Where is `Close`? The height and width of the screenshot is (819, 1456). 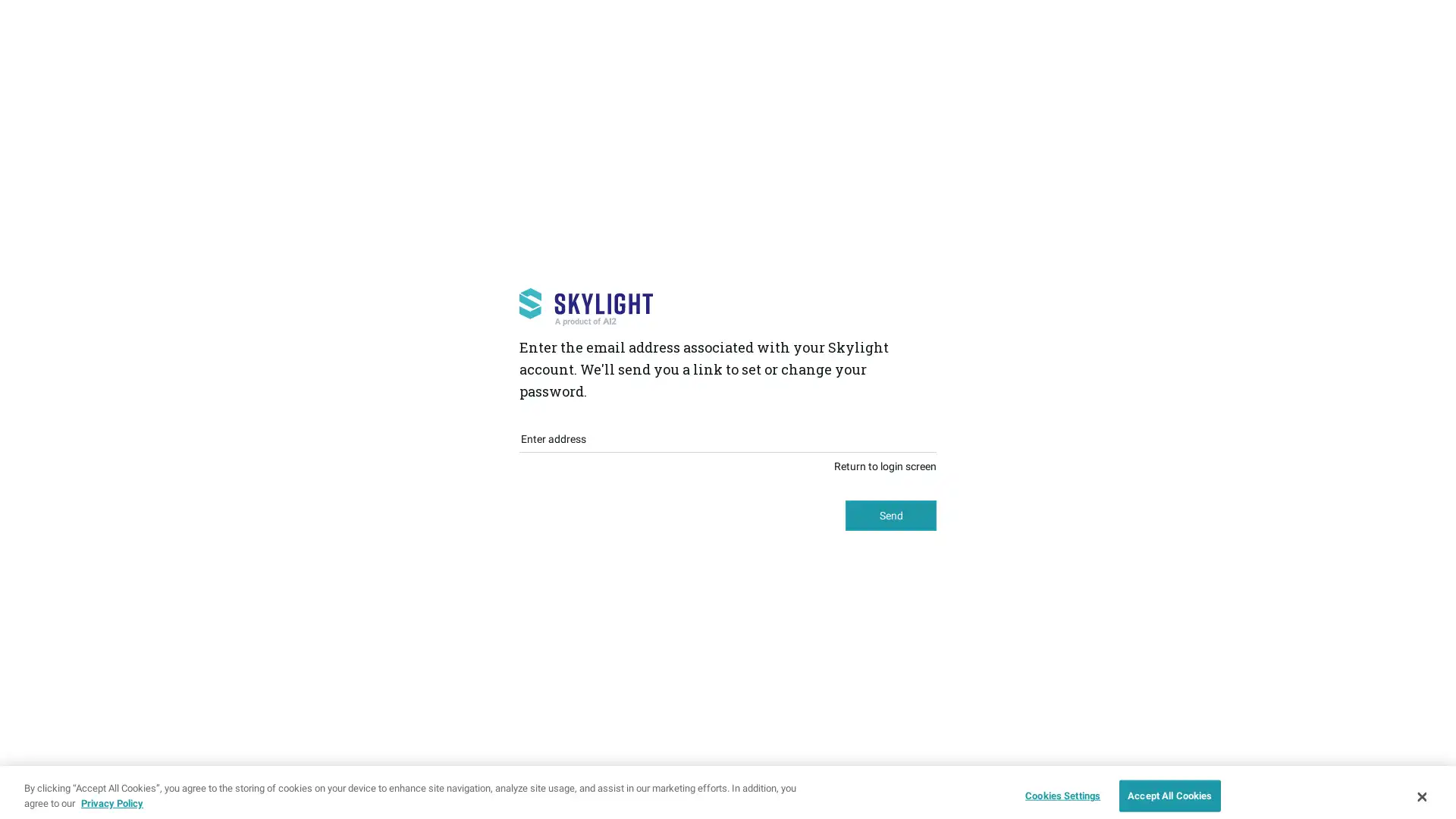
Close is located at coordinates (1420, 786).